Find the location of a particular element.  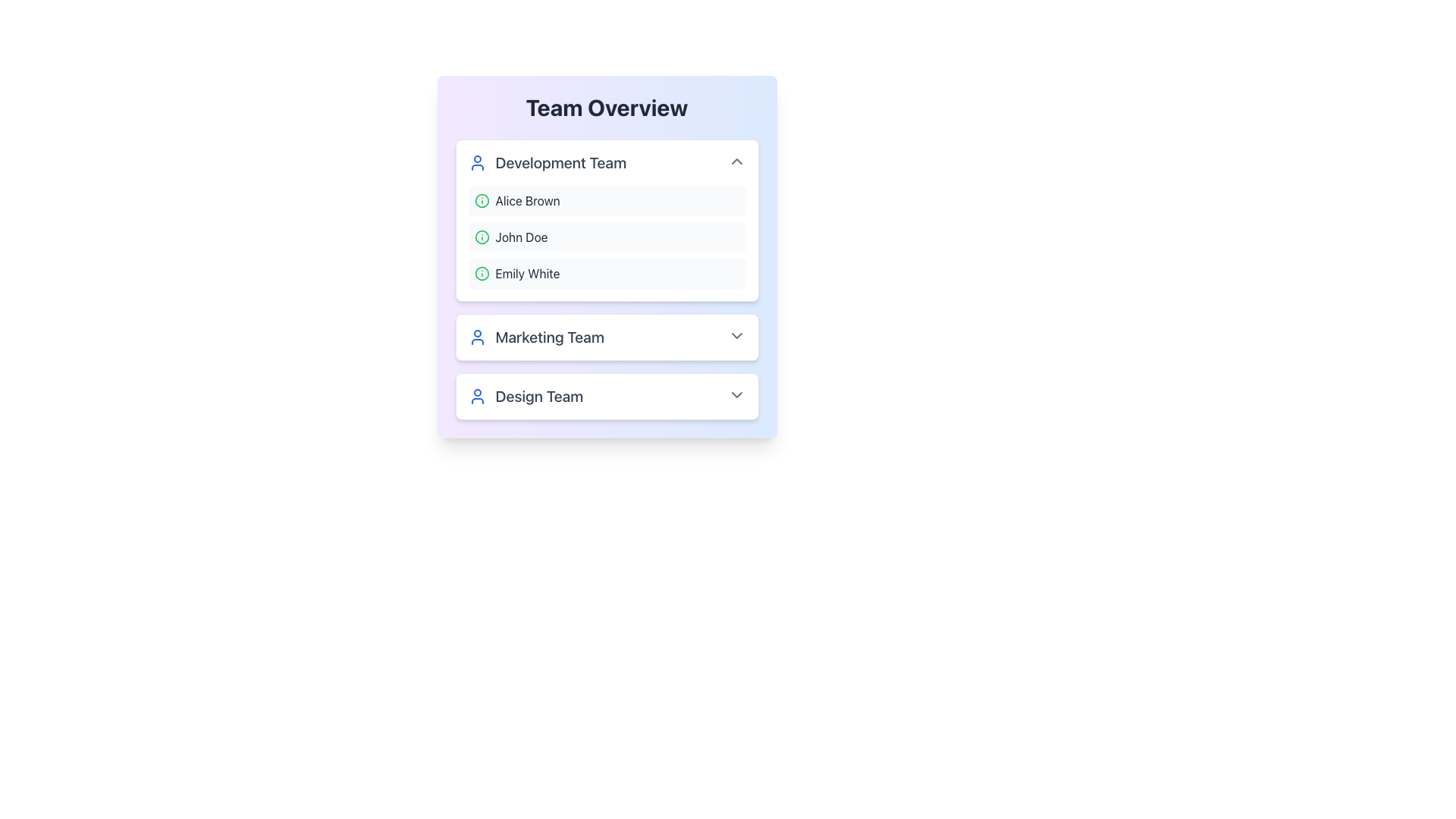

the user silhouette icon styled in blue, located to the left of the 'Marketing Team' header is located at coordinates (476, 336).